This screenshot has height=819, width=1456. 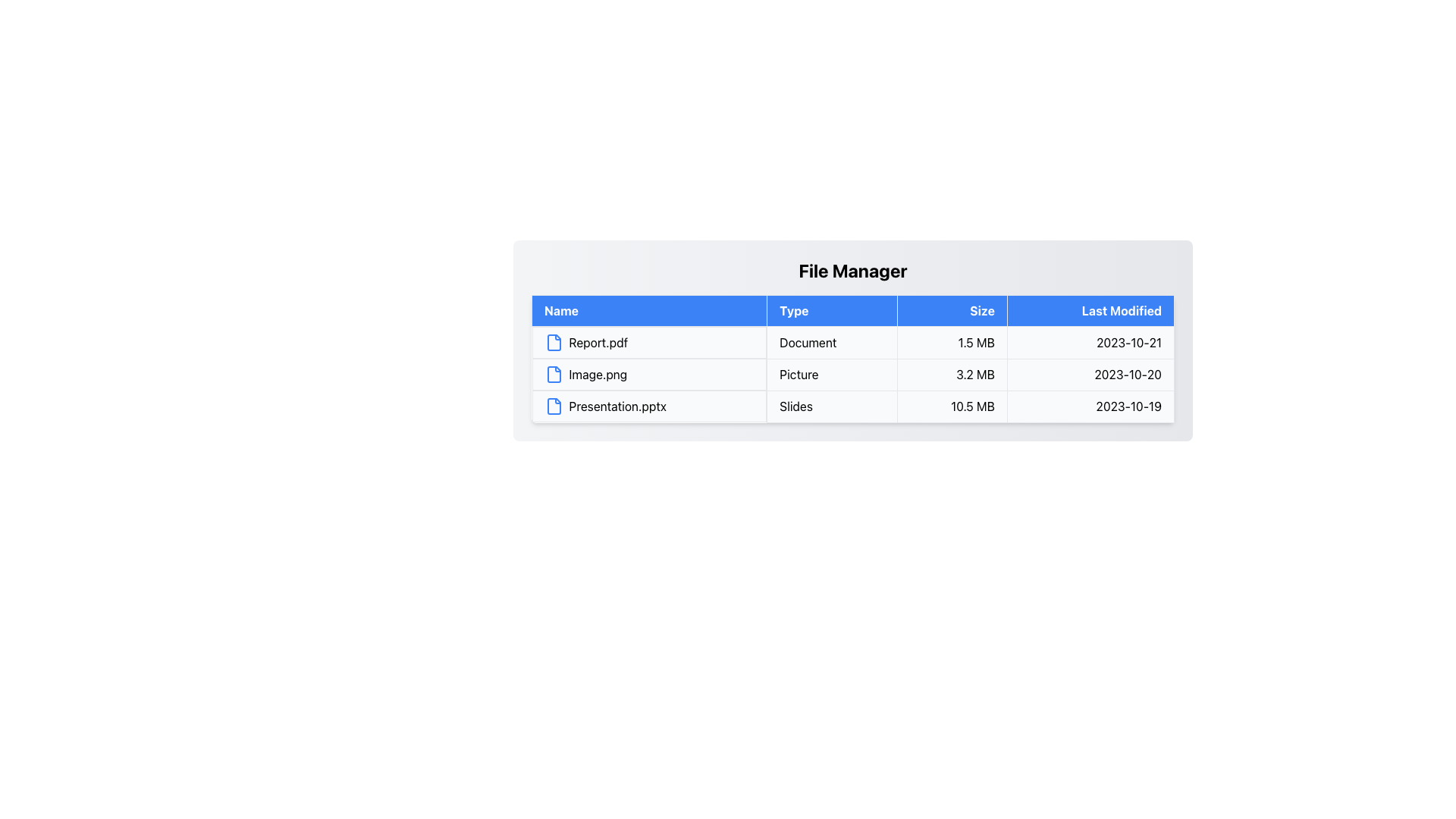 What do you see at coordinates (553, 406) in the screenshot?
I see `the blue file icon shaped like a document with a folded corner, which is located to the left of the text 'Presentation.pptx'` at bounding box center [553, 406].